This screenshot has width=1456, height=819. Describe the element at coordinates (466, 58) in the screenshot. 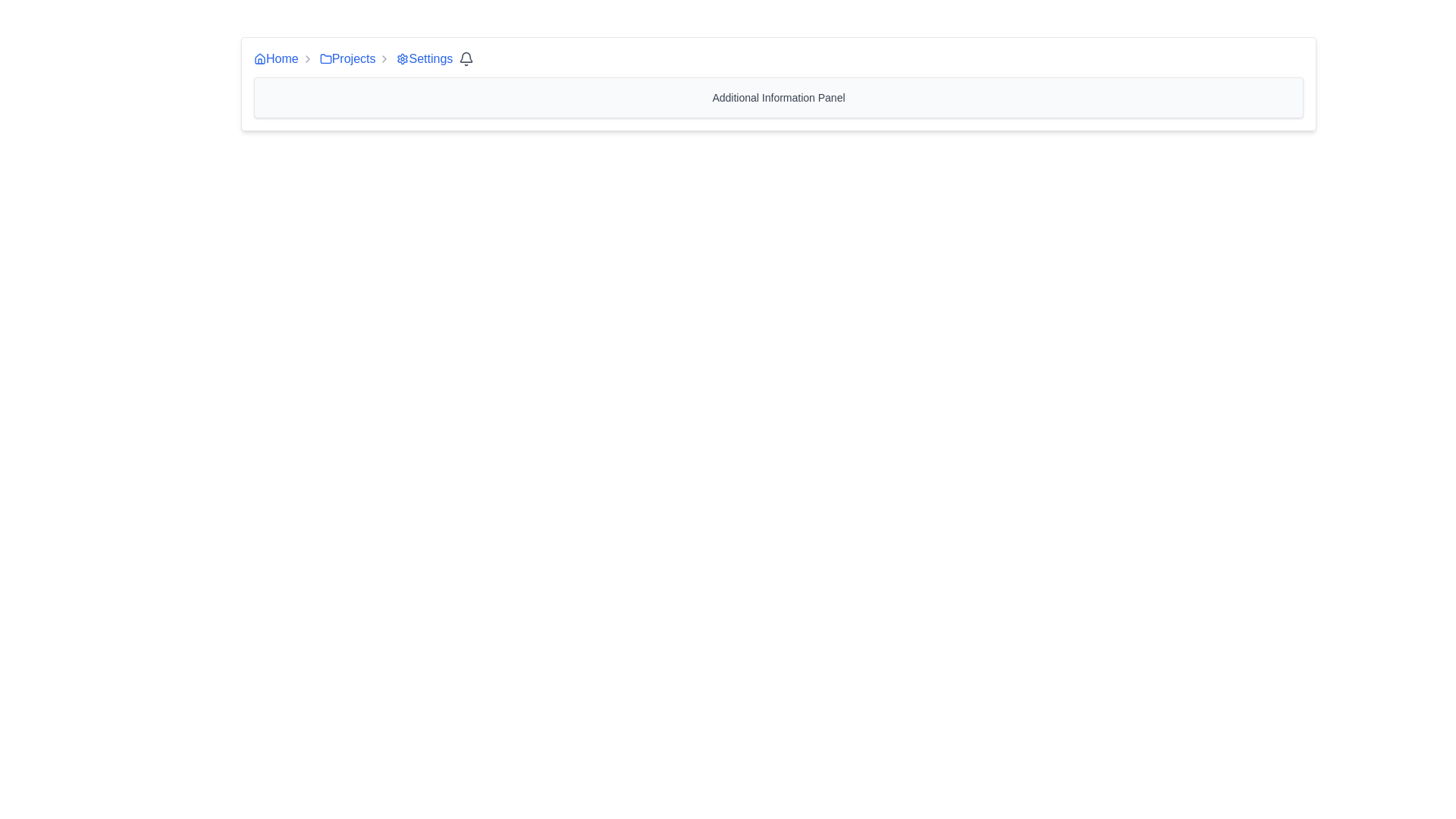

I see `the notification icon located at the far right of the top navigation bar` at that location.